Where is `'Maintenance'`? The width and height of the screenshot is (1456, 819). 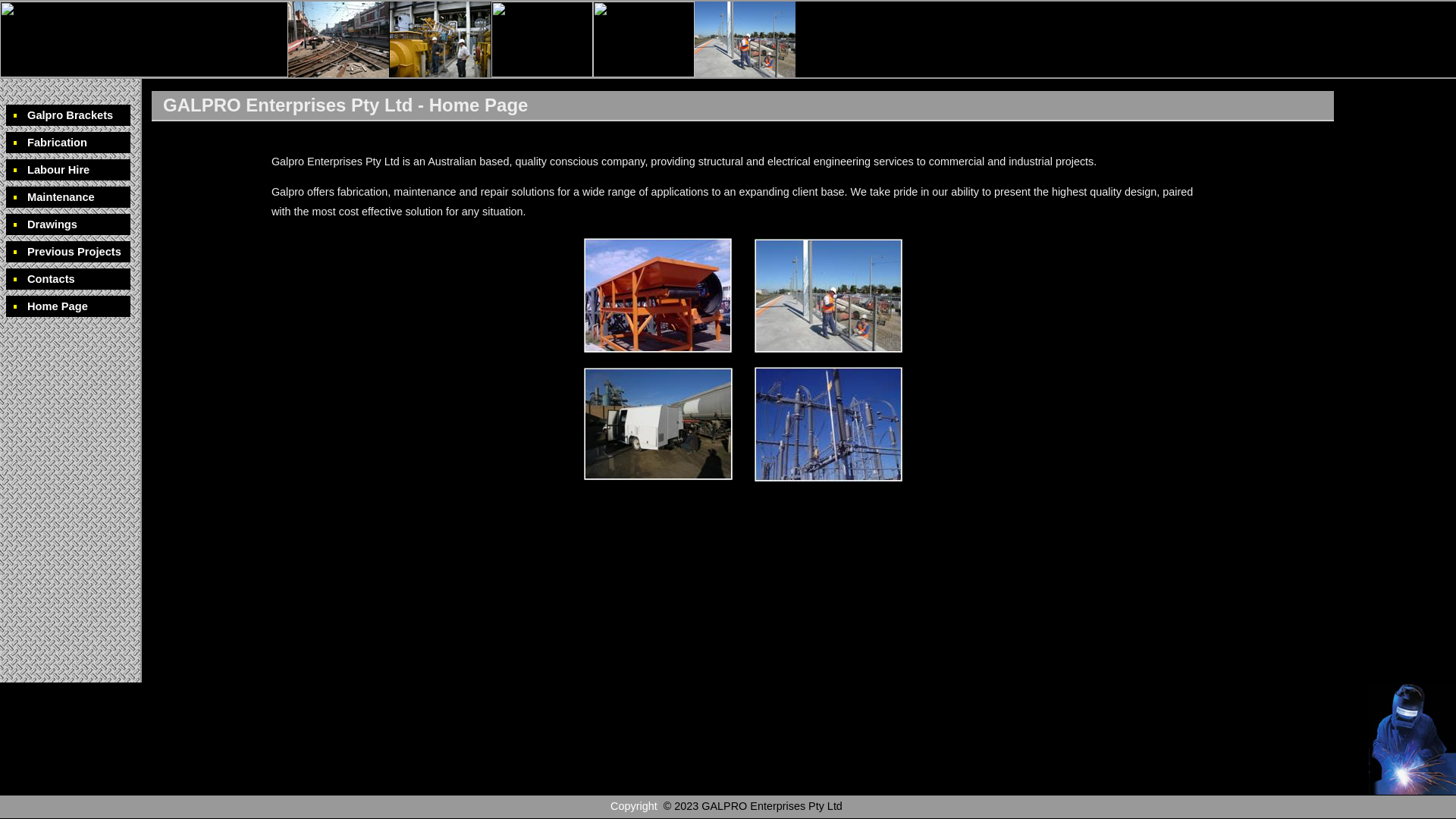
'Maintenance' is located at coordinates (6, 196).